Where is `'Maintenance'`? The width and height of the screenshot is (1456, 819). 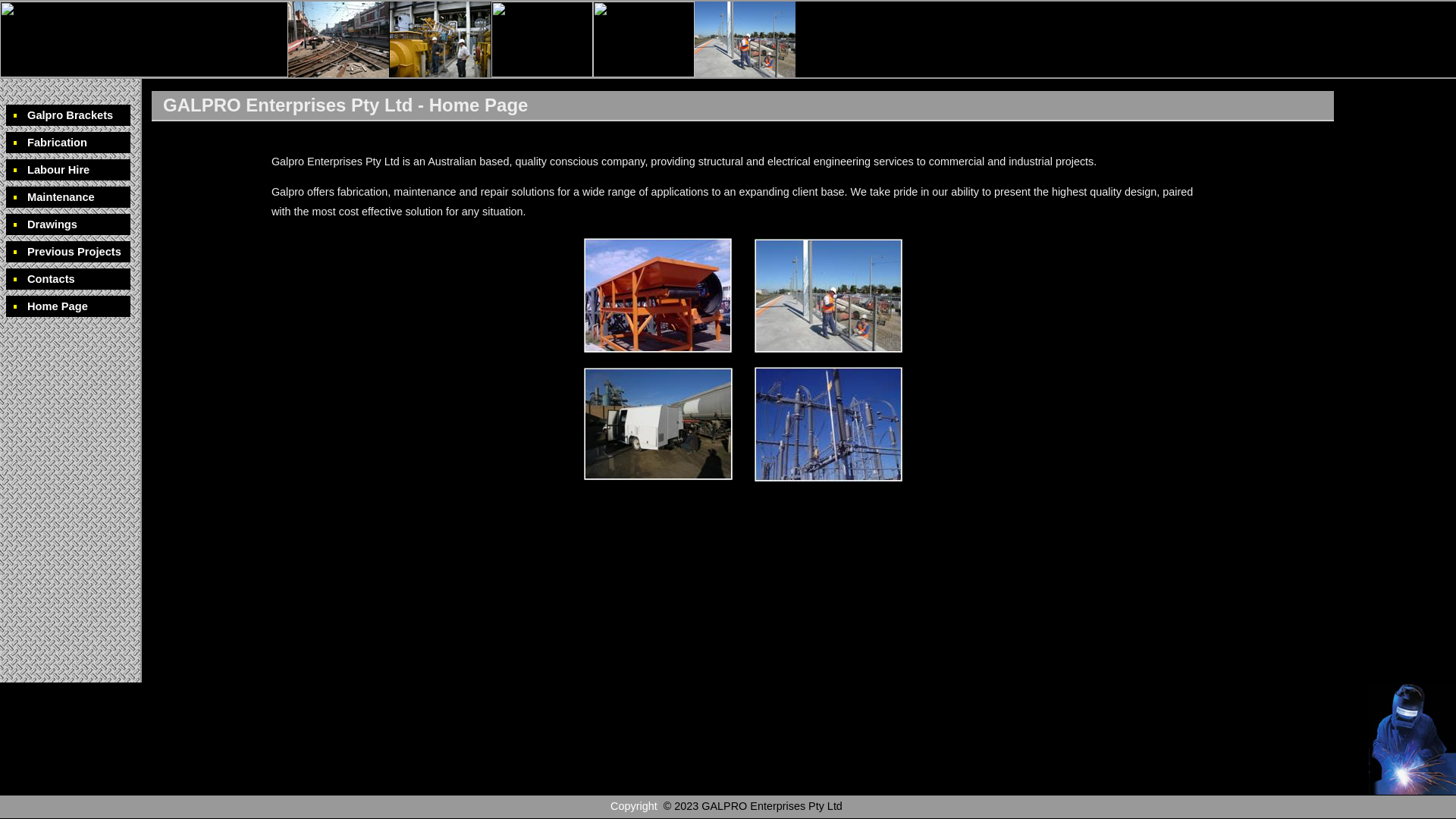
'Maintenance' is located at coordinates (6, 196).